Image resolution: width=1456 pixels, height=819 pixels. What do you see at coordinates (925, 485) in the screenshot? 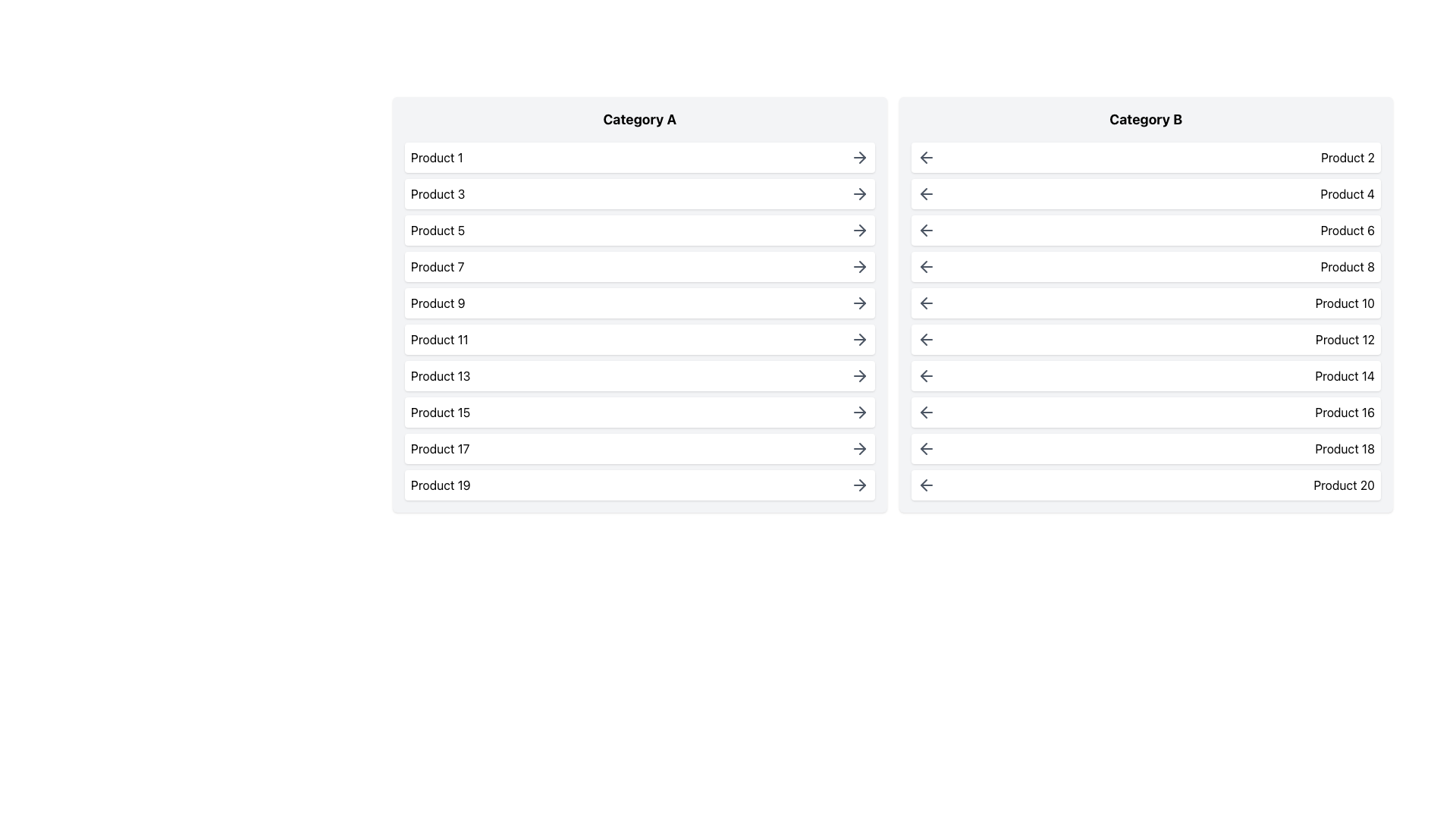
I see `the navigation button icon located in the right column under 'Category B', adjacent to 'Product 20'` at bounding box center [925, 485].